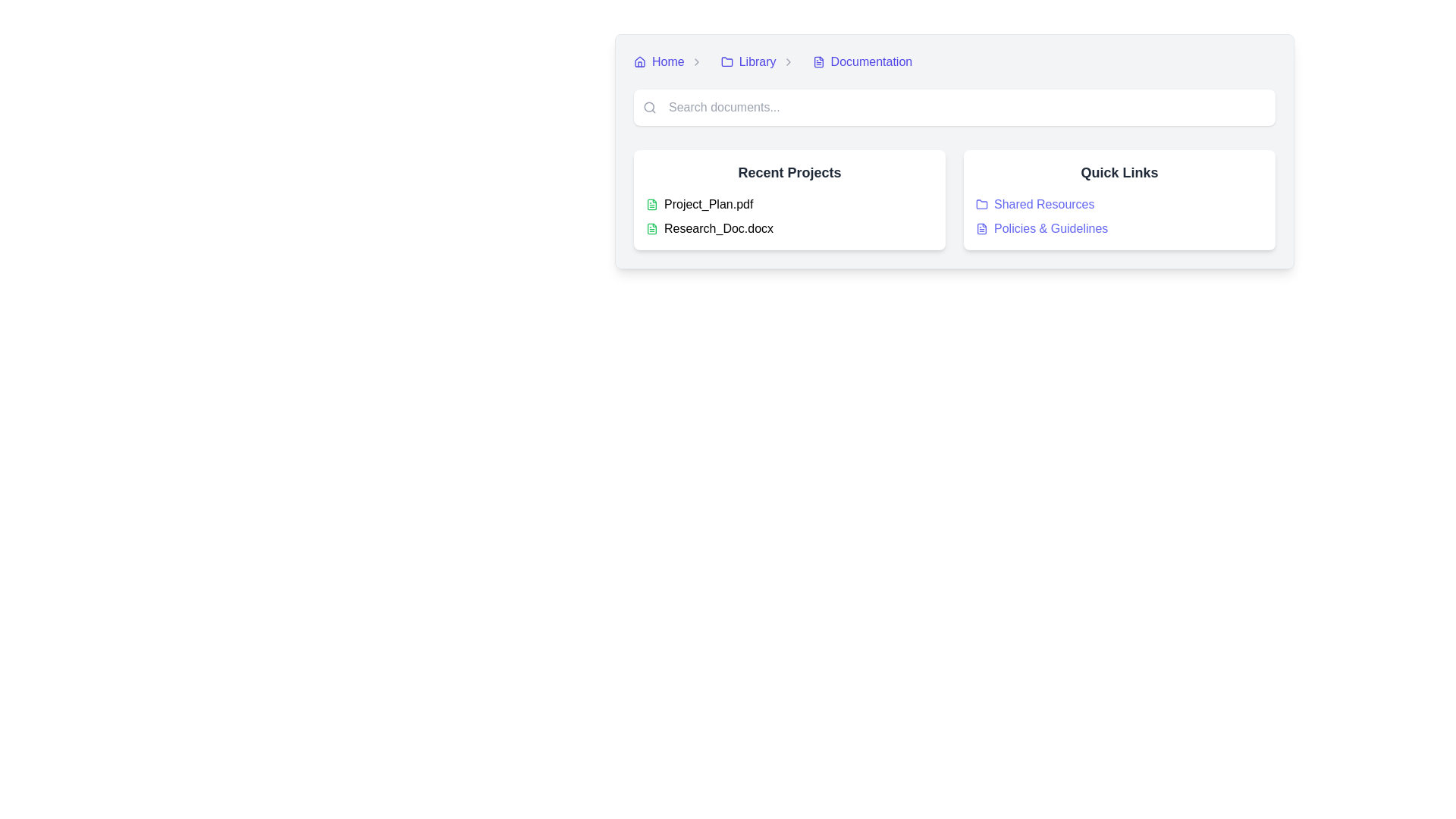 Image resolution: width=1456 pixels, height=819 pixels. What do you see at coordinates (670, 61) in the screenshot?
I see `the 'Home' breadcrumb navigation link, which features a house icon and is positioned at the top-left corner of the breadcrumb navigation bar` at bounding box center [670, 61].